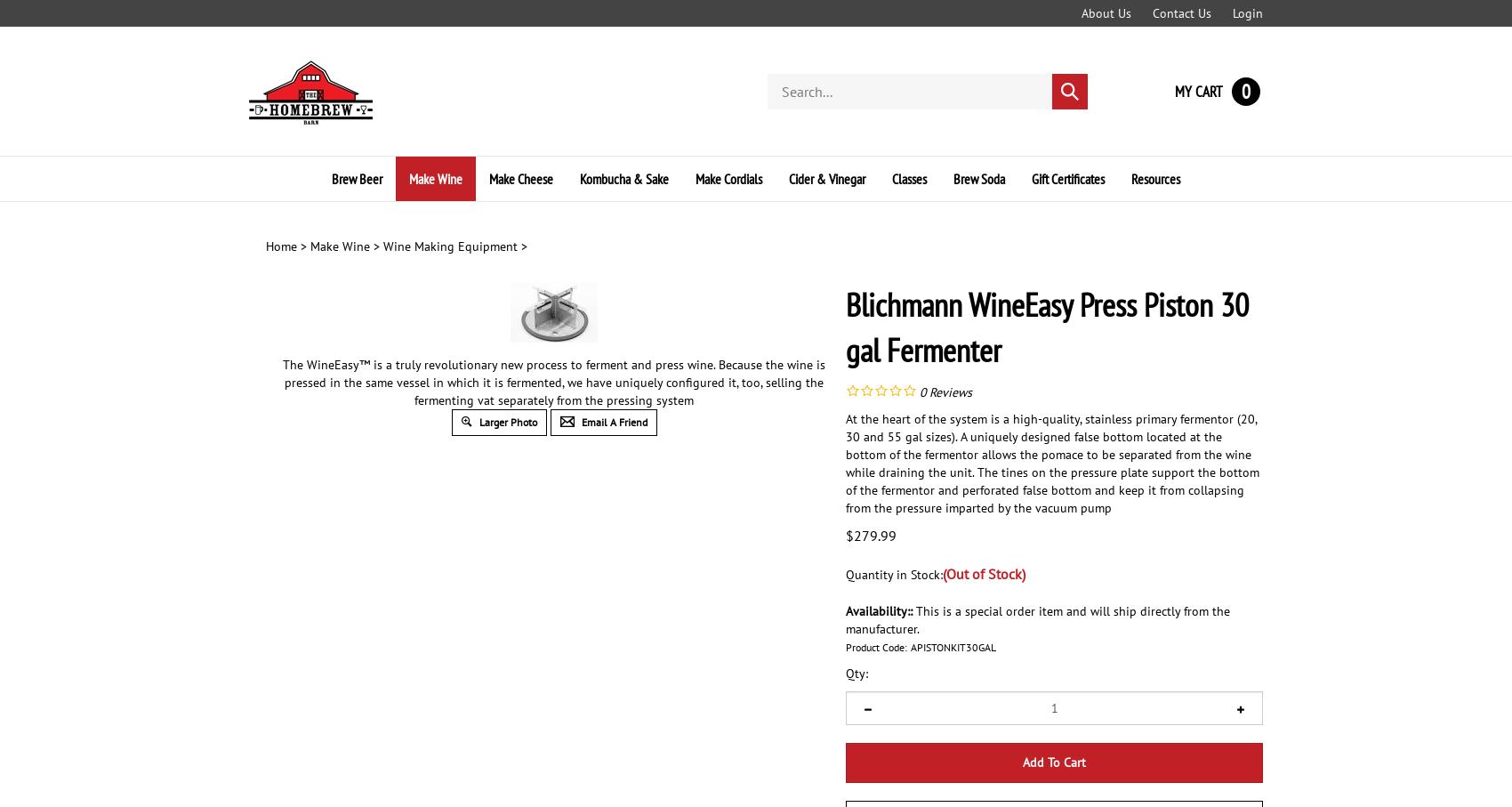 The image size is (1512, 807). What do you see at coordinates (922, 391) in the screenshot?
I see `'0'` at bounding box center [922, 391].